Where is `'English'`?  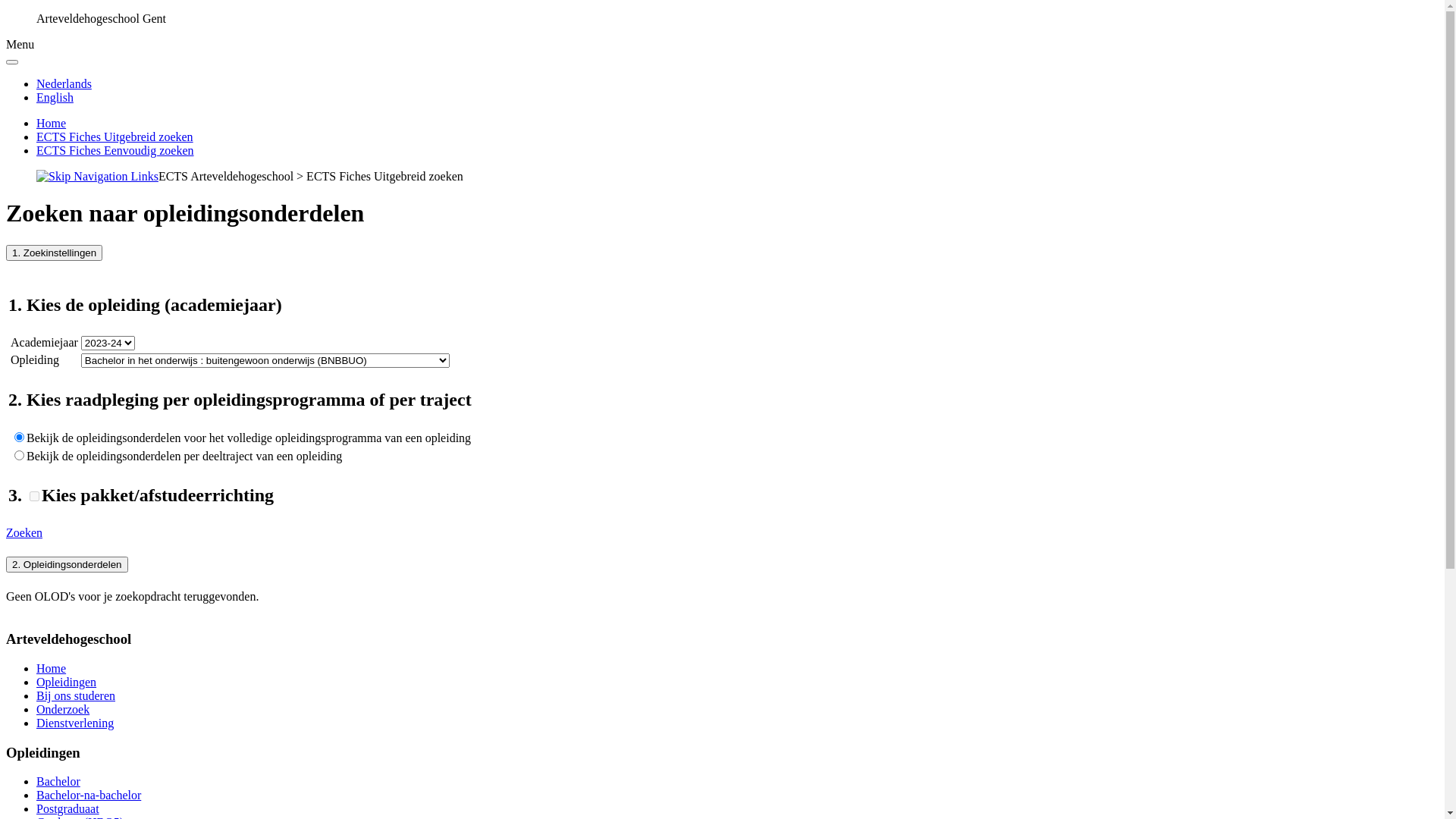 'English' is located at coordinates (55, 97).